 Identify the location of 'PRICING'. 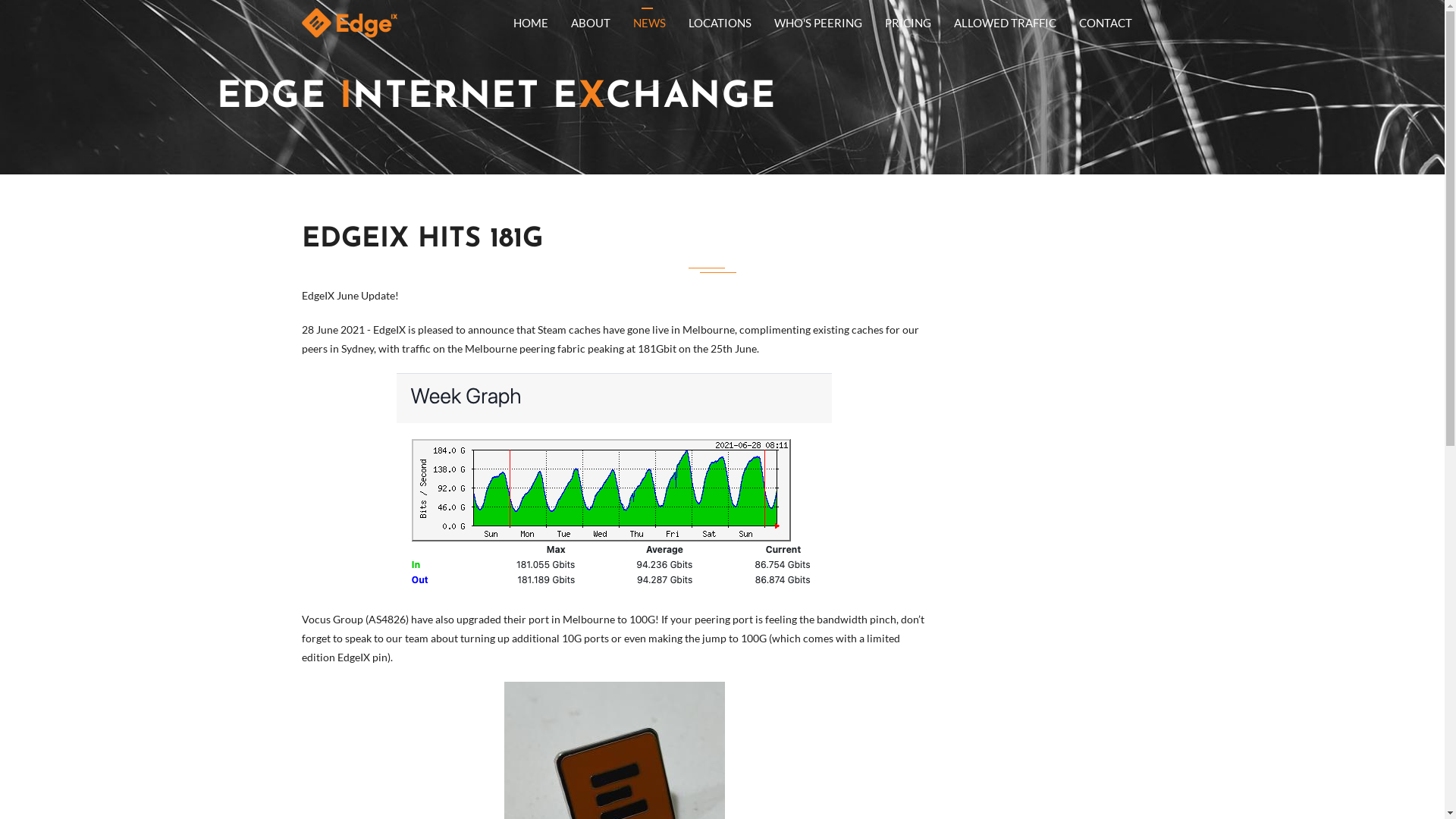
(908, 23).